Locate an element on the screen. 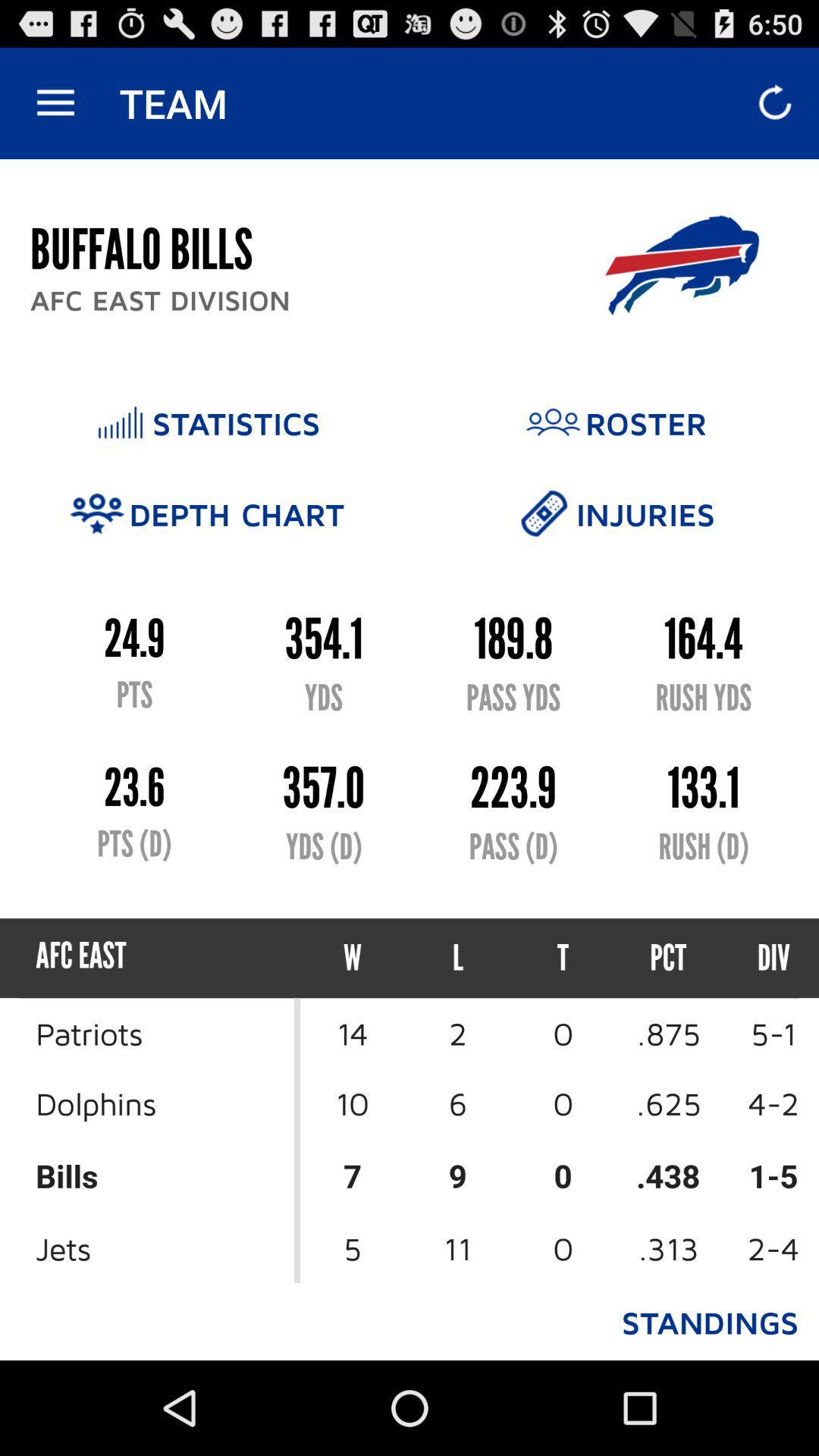  the div item is located at coordinates (760, 957).